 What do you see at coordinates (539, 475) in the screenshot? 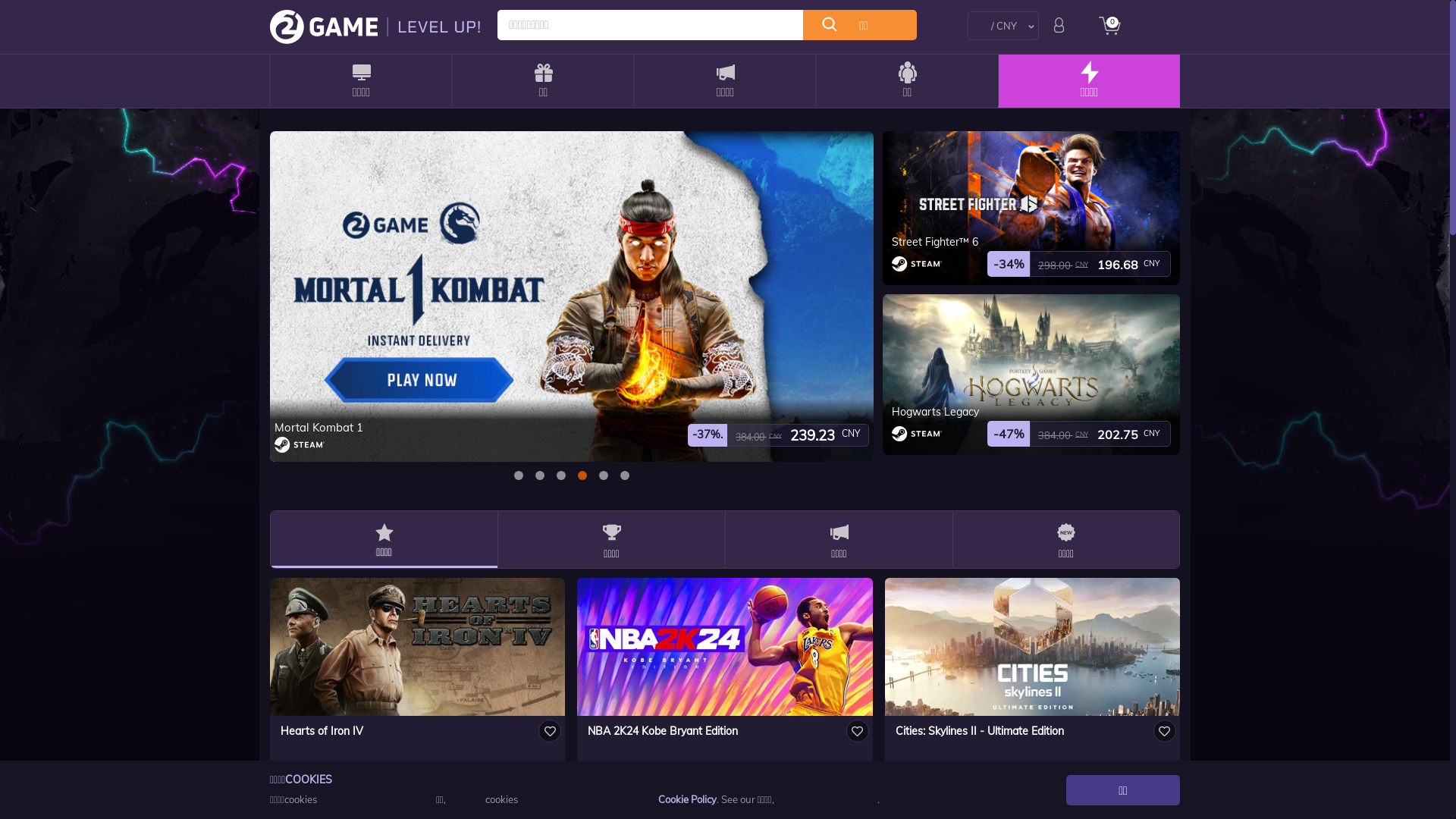
I see `'1'` at bounding box center [539, 475].